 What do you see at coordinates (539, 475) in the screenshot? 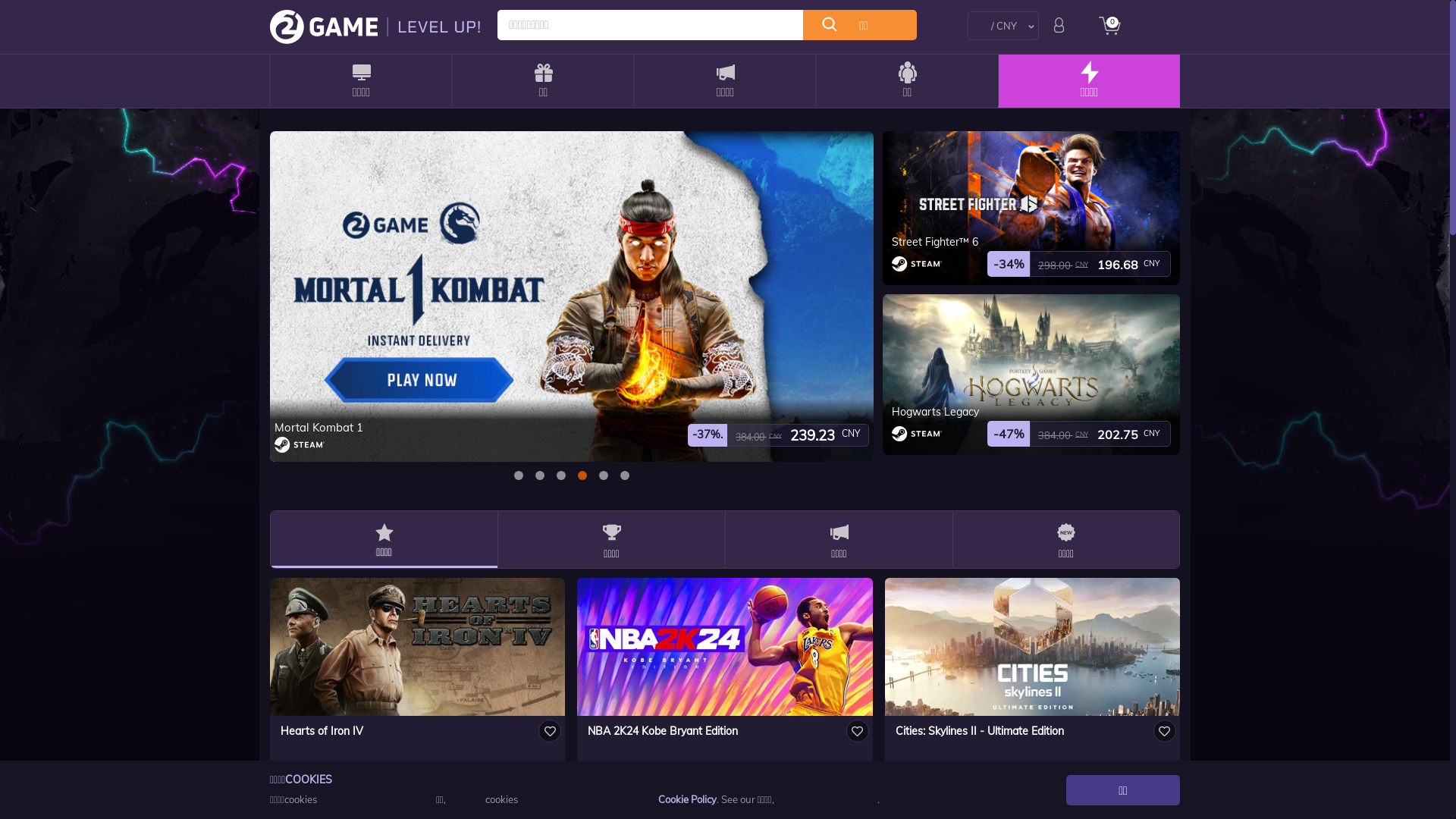
I see `'1'` at bounding box center [539, 475].